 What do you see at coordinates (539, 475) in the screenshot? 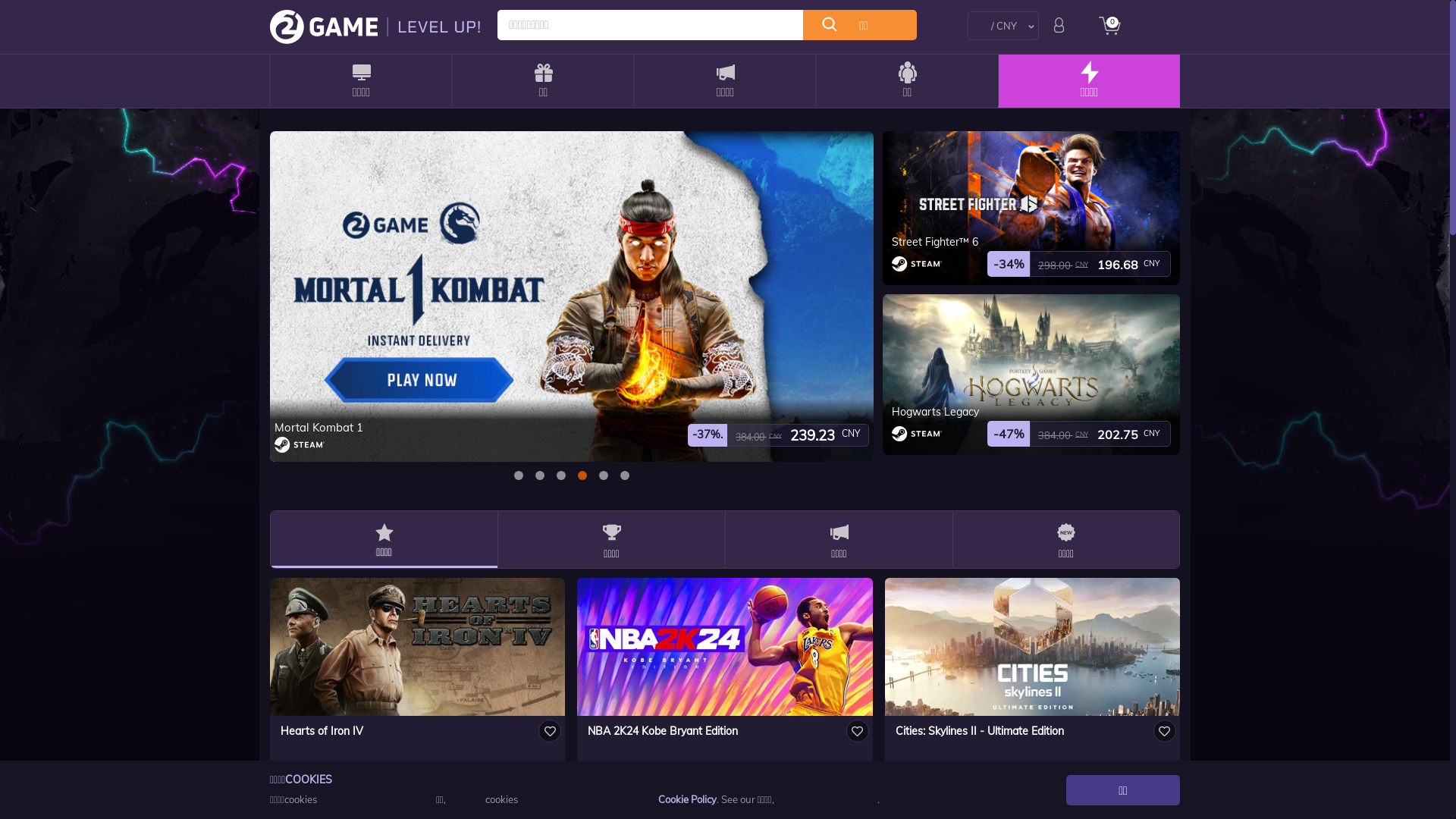
I see `'1'` at bounding box center [539, 475].